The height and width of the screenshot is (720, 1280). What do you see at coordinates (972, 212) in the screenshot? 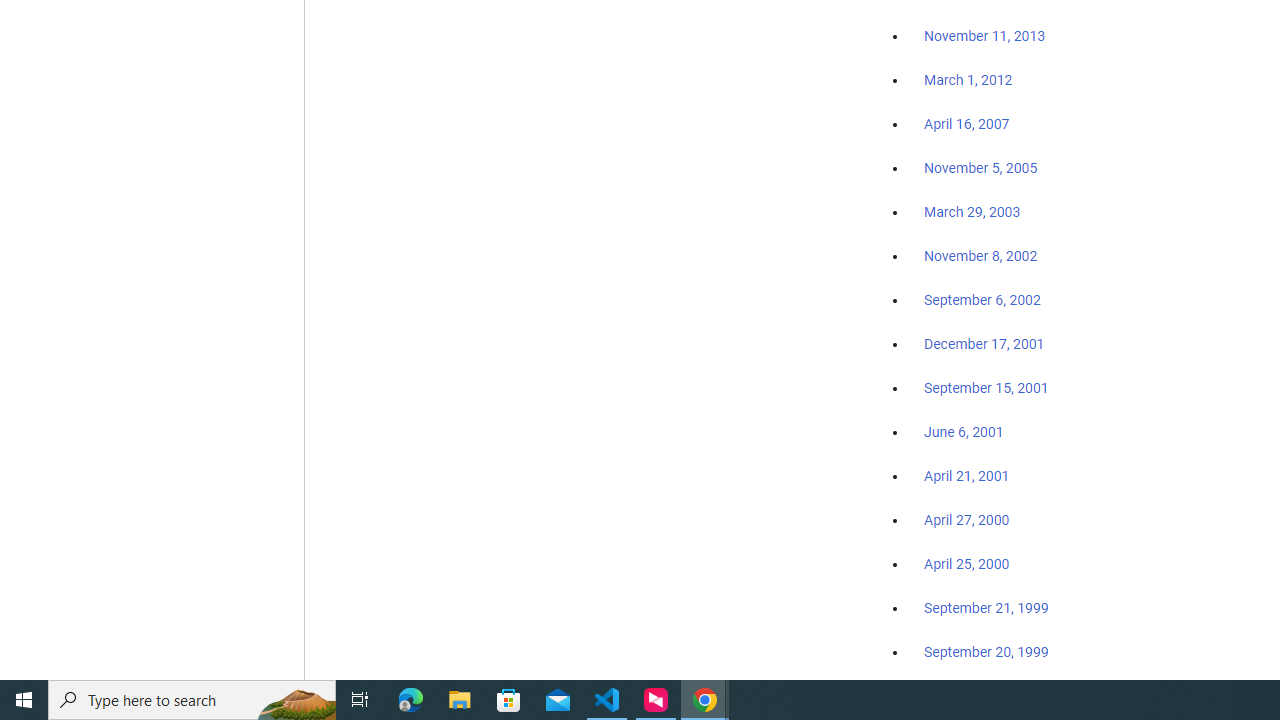
I see `'March 29, 2003'` at bounding box center [972, 212].